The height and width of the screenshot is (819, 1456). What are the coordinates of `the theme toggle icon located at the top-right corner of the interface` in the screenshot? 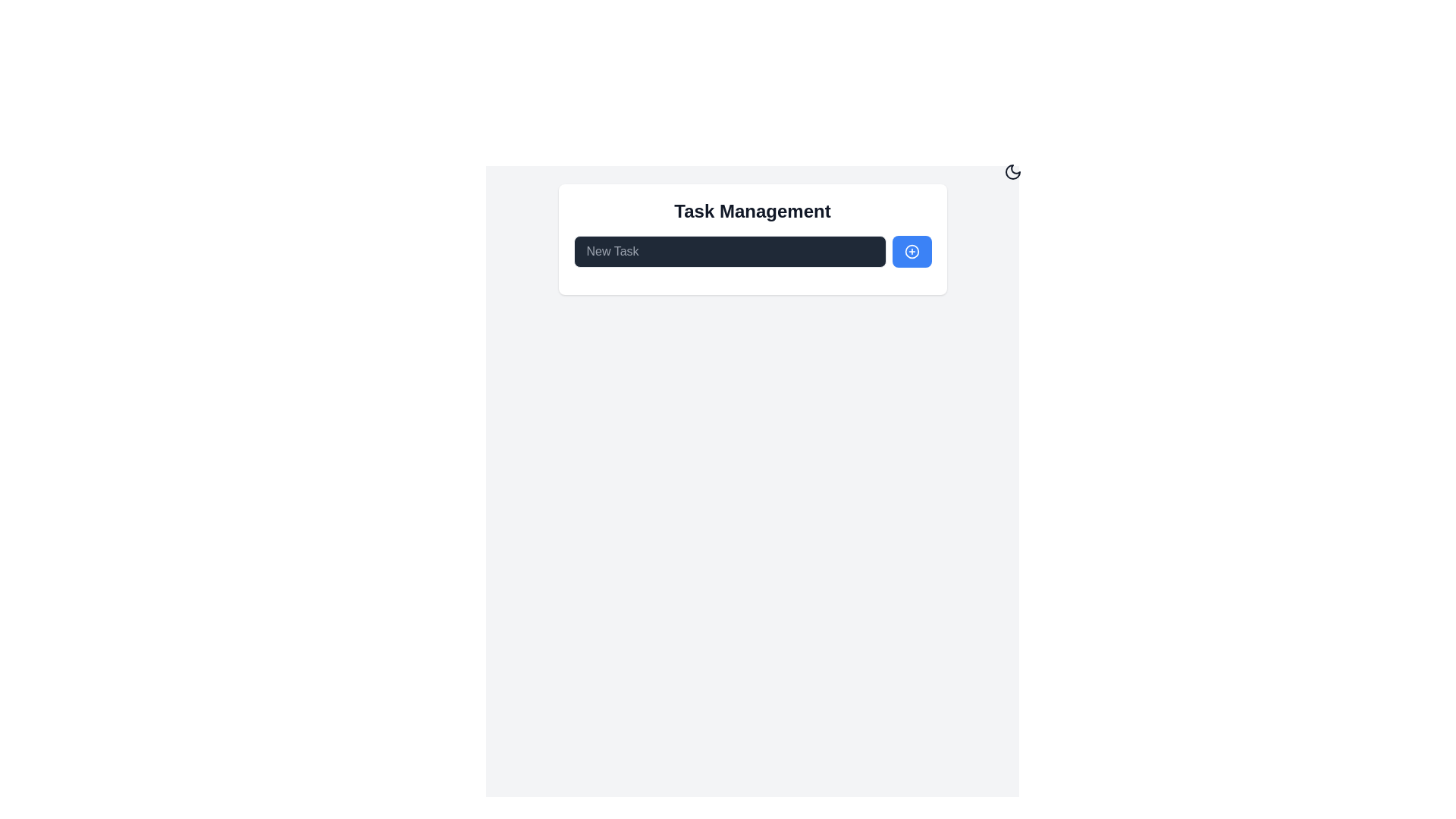 It's located at (1012, 171).